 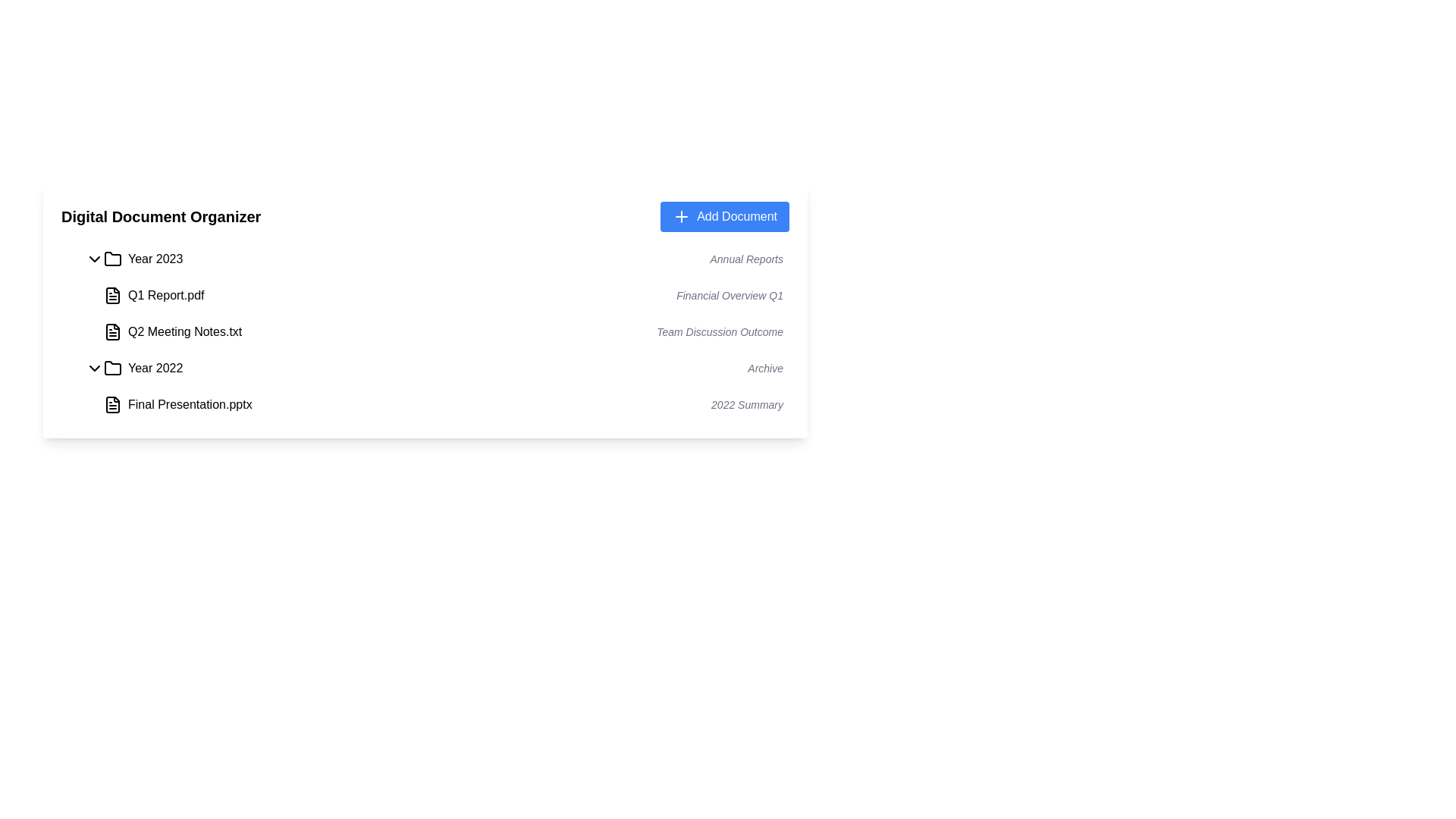 What do you see at coordinates (166, 295) in the screenshot?
I see `the text label displaying 'Q1 Report.pdf', which is positioned beneath the 'Year 2023' folder and above 'Q2 Meeting Notes.txt', and aligned to the right of a document icon` at bounding box center [166, 295].